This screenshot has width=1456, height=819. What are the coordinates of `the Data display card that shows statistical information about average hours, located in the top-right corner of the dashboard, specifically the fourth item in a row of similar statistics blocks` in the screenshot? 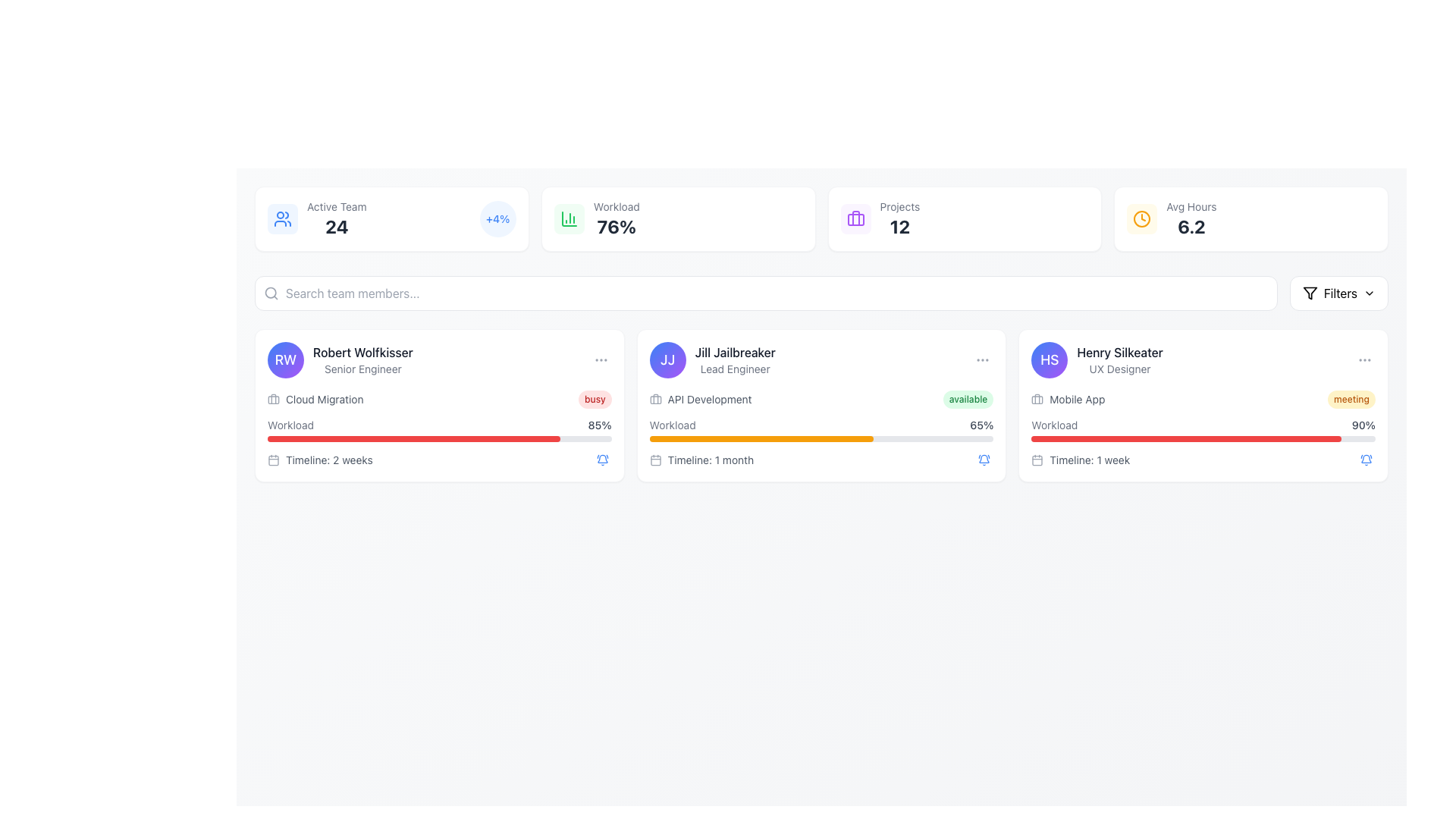 It's located at (1171, 219).